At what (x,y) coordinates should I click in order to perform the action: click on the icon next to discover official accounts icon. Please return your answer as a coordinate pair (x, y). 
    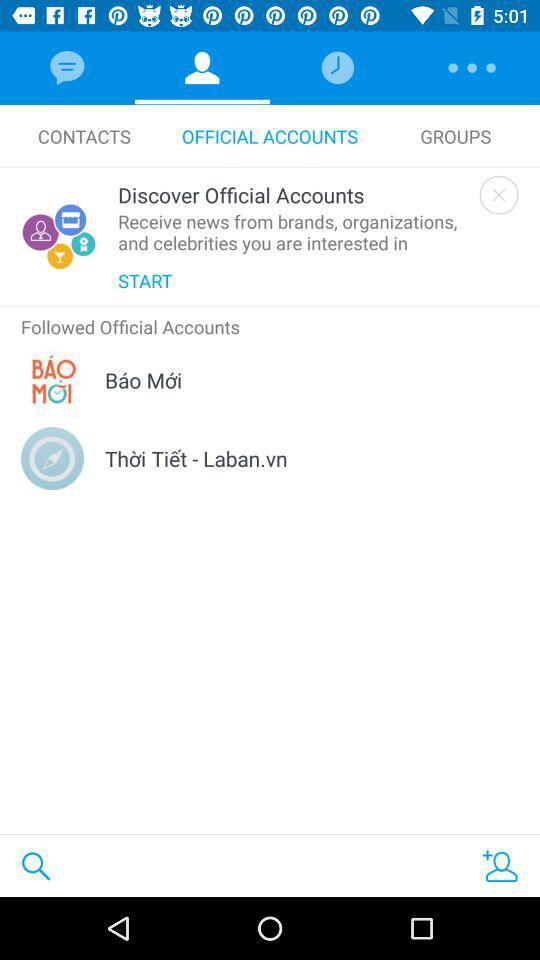
    Looking at the image, I should click on (498, 195).